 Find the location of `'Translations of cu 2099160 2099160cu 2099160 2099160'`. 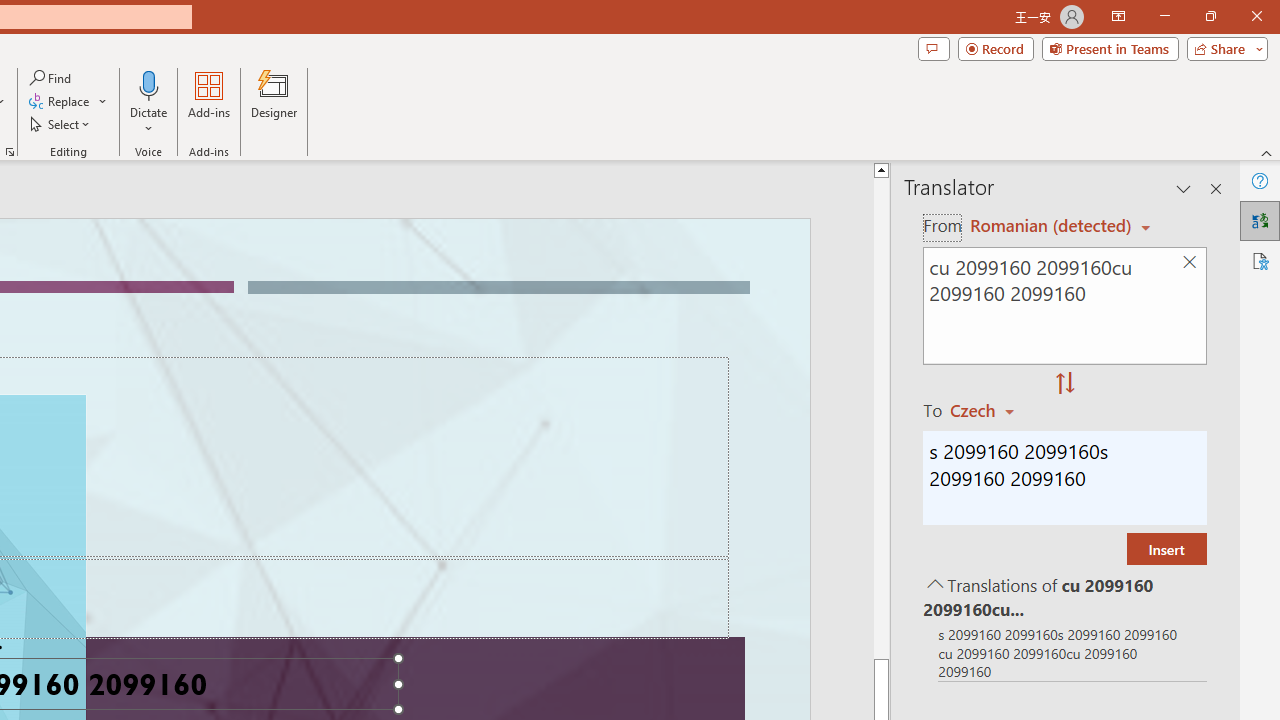

'Translations of cu 2099160 2099160cu 2099160 2099160' is located at coordinates (1063, 595).